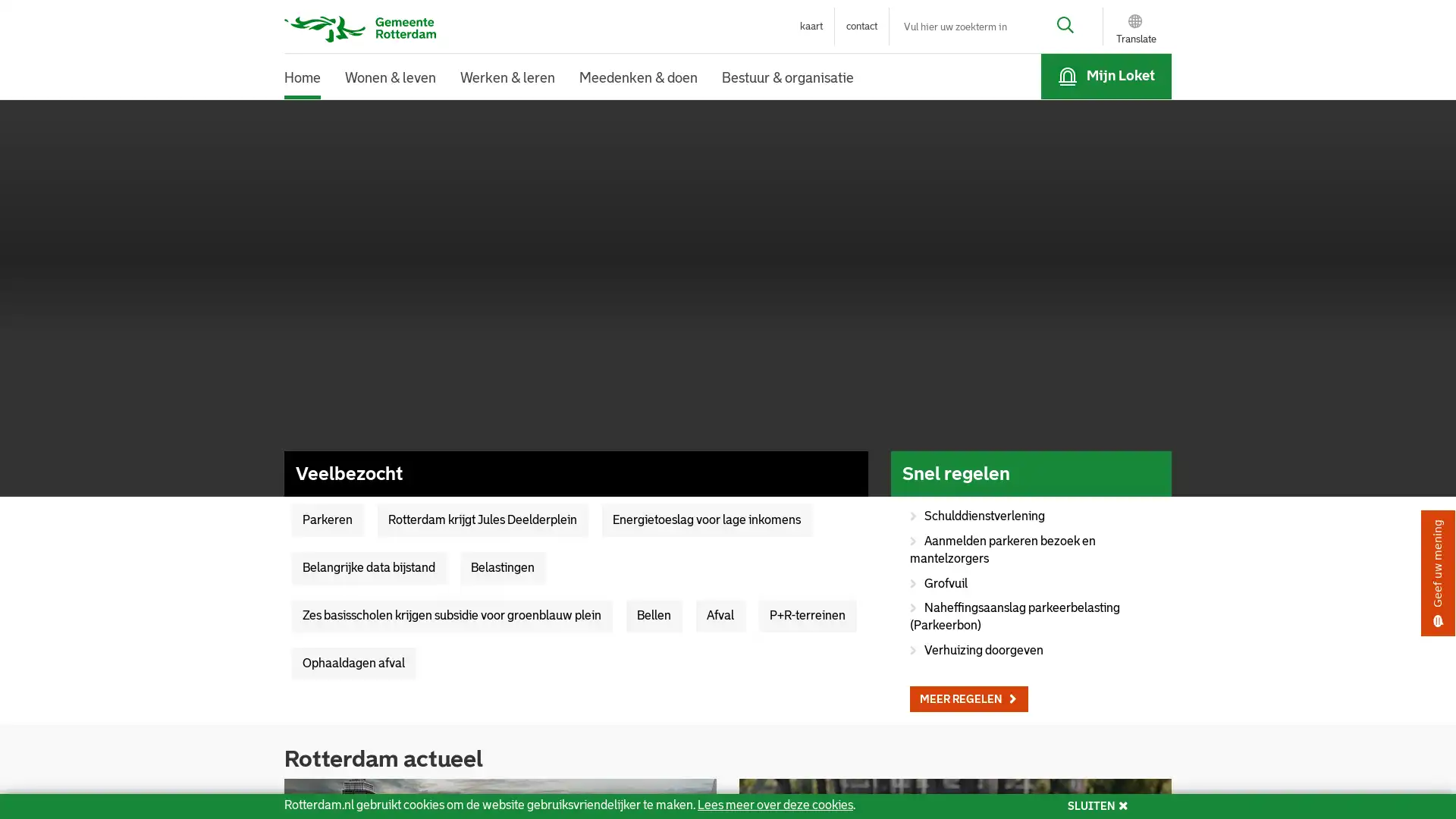  I want to click on SLUITEN, so click(1097, 805).